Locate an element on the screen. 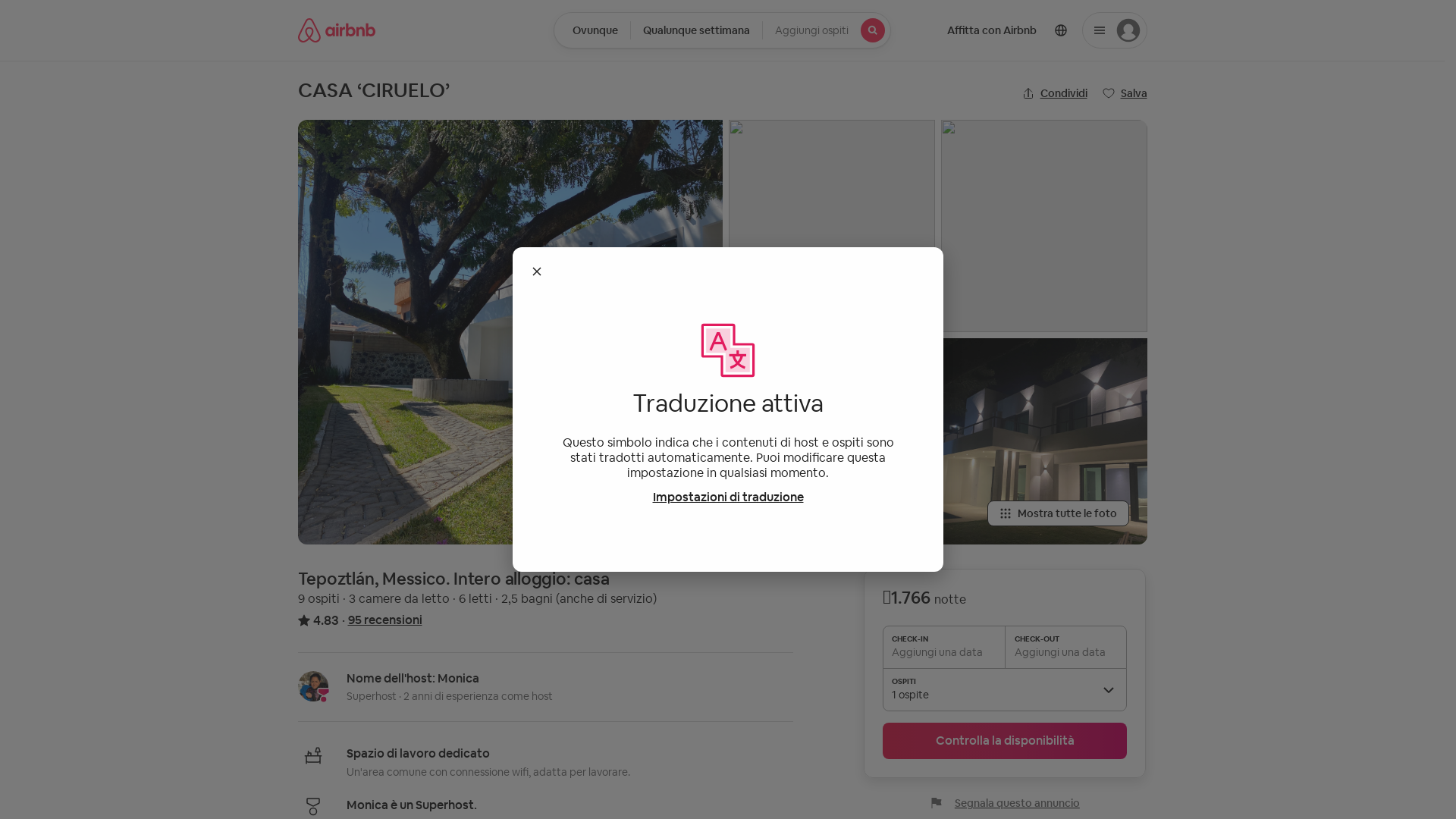 This screenshot has width=1456, height=819. 'Impostazioni di traduzione' is located at coordinates (726, 497).